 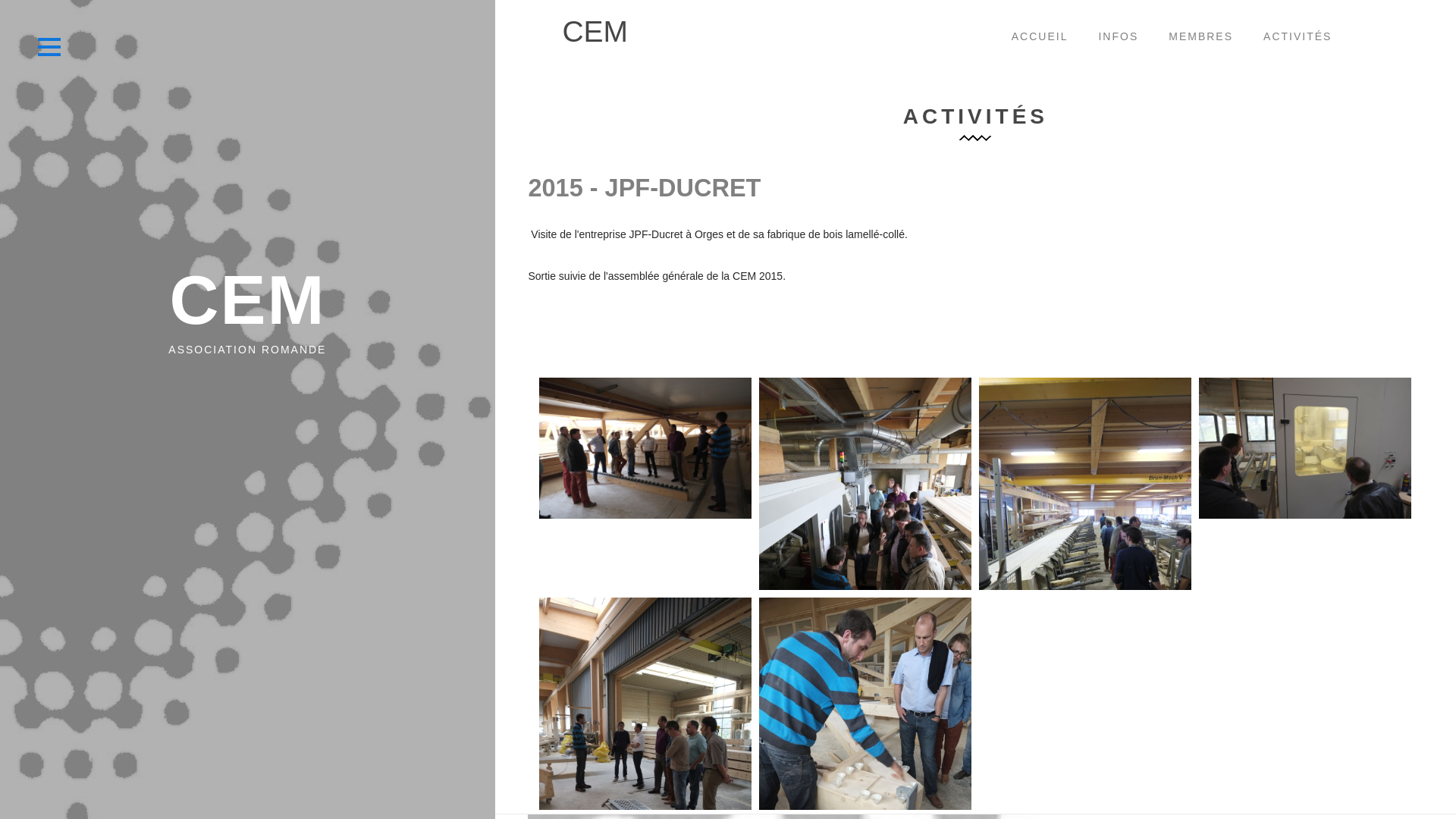 I want to click on 'INFOS', so click(x=1118, y=37).